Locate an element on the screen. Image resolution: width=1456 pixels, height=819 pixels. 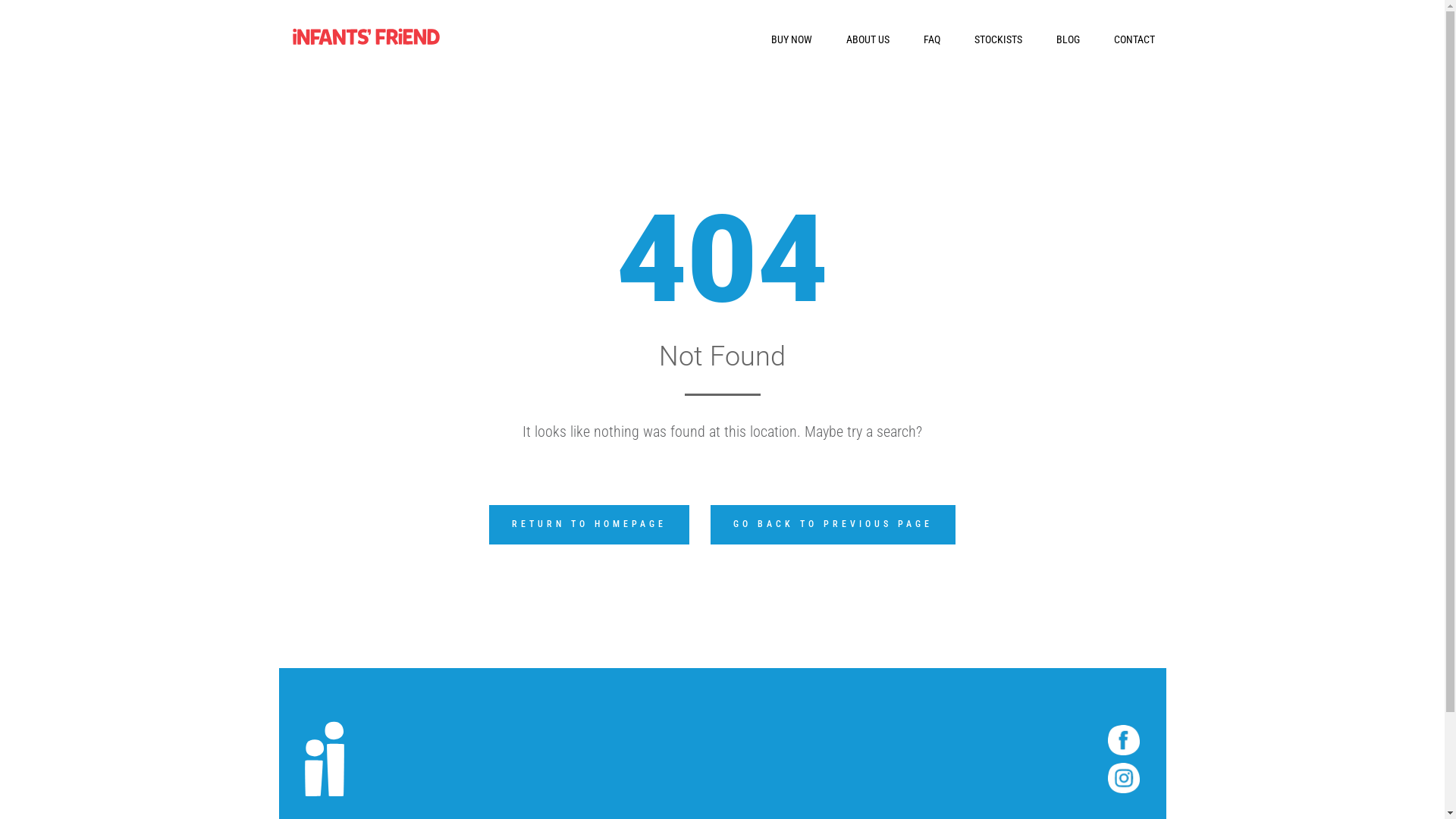
'STOCKISTS' is located at coordinates (997, 38).